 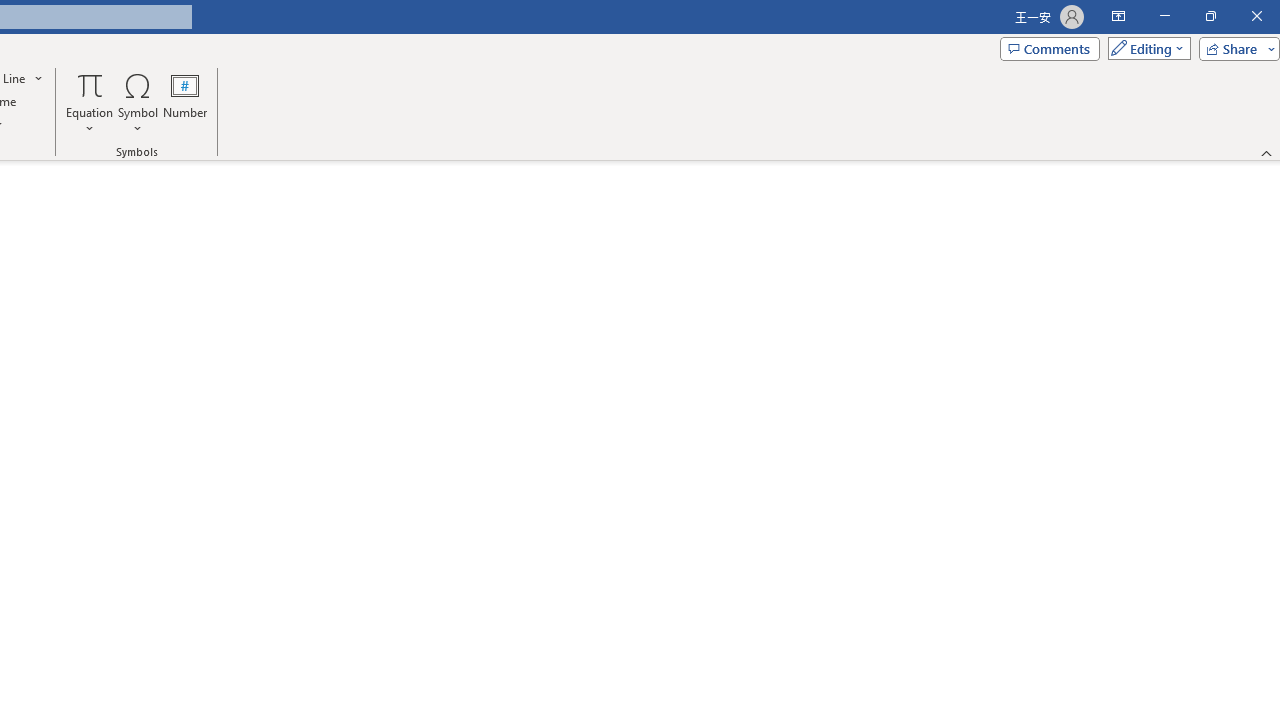 What do you see at coordinates (1048, 47) in the screenshot?
I see `'Comments'` at bounding box center [1048, 47].